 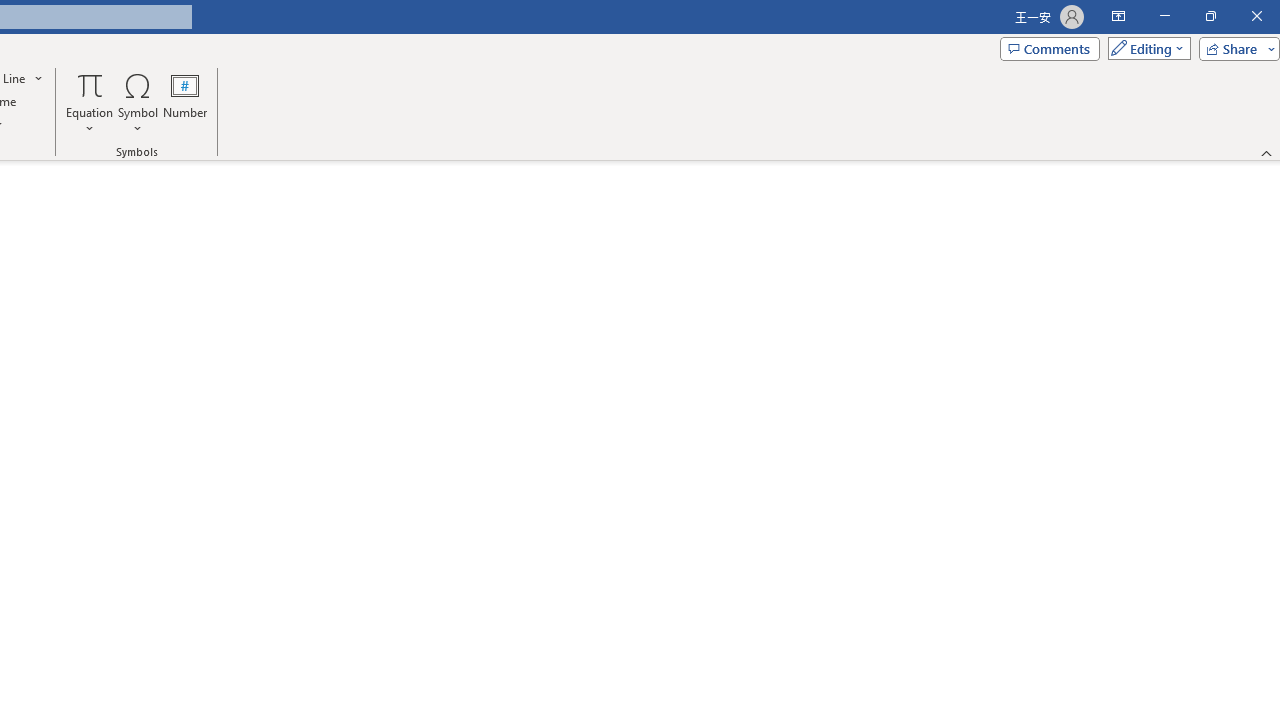 What do you see at coordinates (1048, 47) in the screenshot?
I see `'Comments'` at bounding box center [1048, 47].